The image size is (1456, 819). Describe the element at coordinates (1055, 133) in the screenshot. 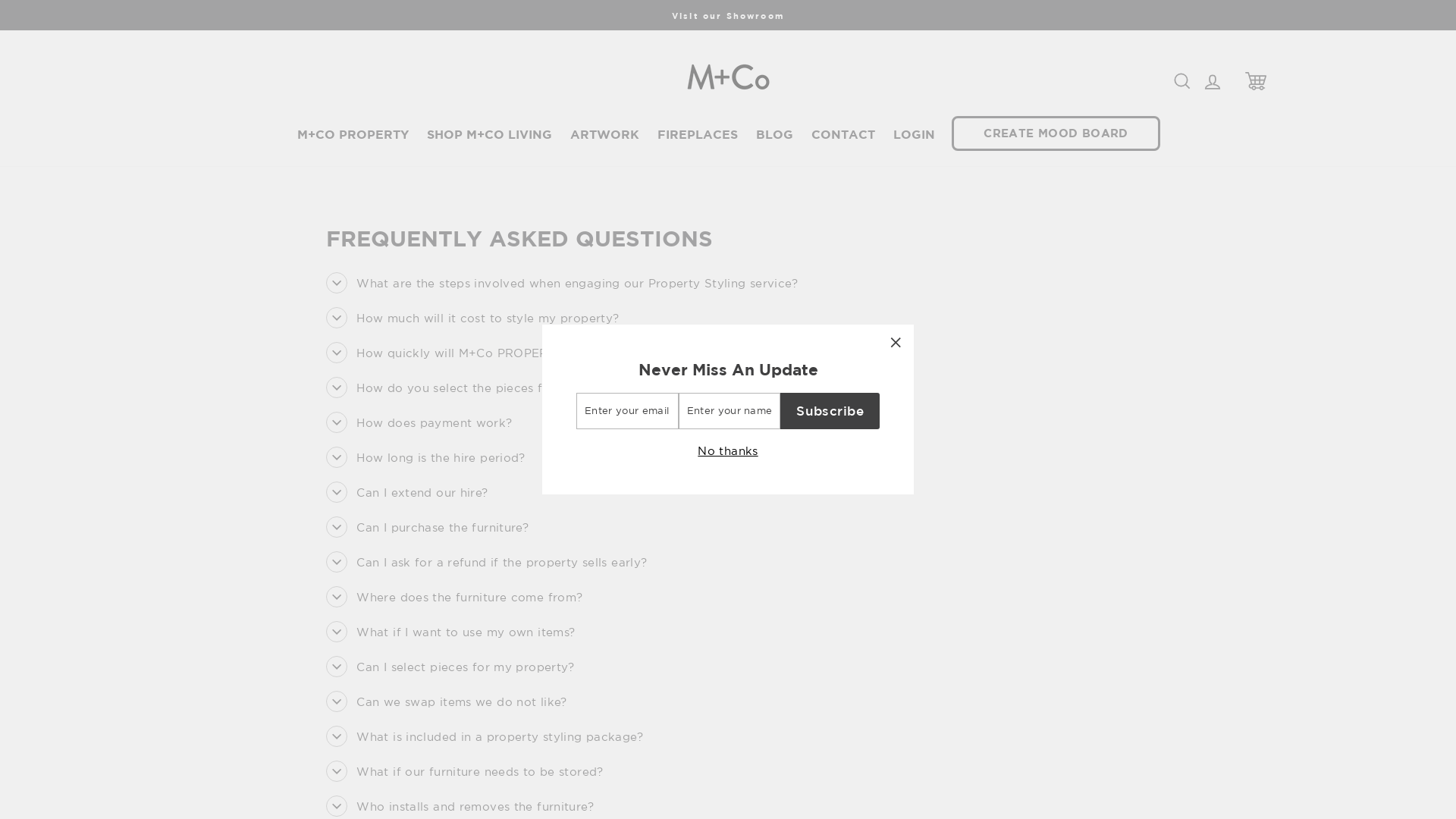

I see `'CREATE MOOD BOARD'` at that location.